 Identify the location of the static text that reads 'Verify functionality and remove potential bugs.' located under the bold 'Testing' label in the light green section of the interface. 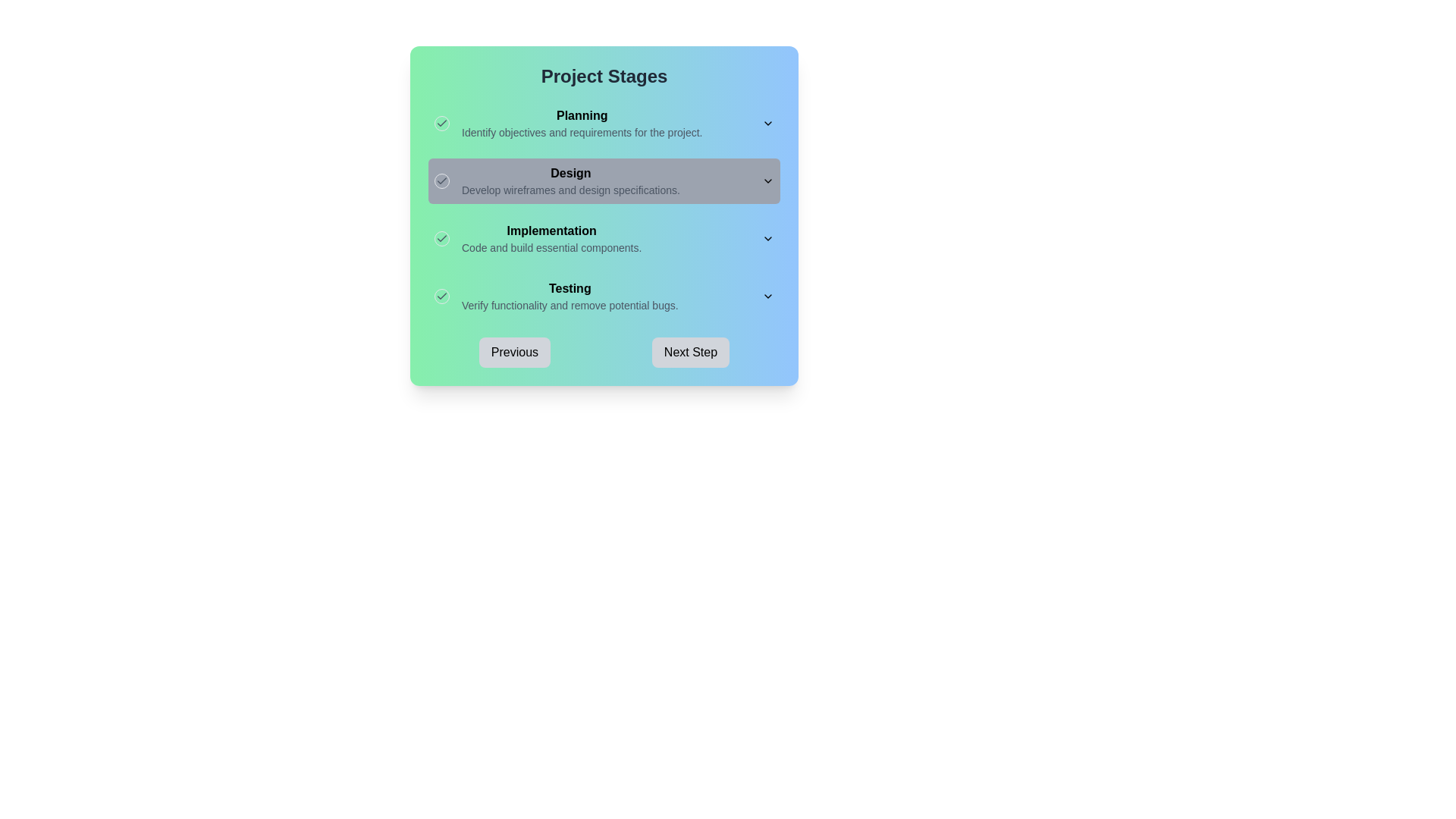
(569, 305).